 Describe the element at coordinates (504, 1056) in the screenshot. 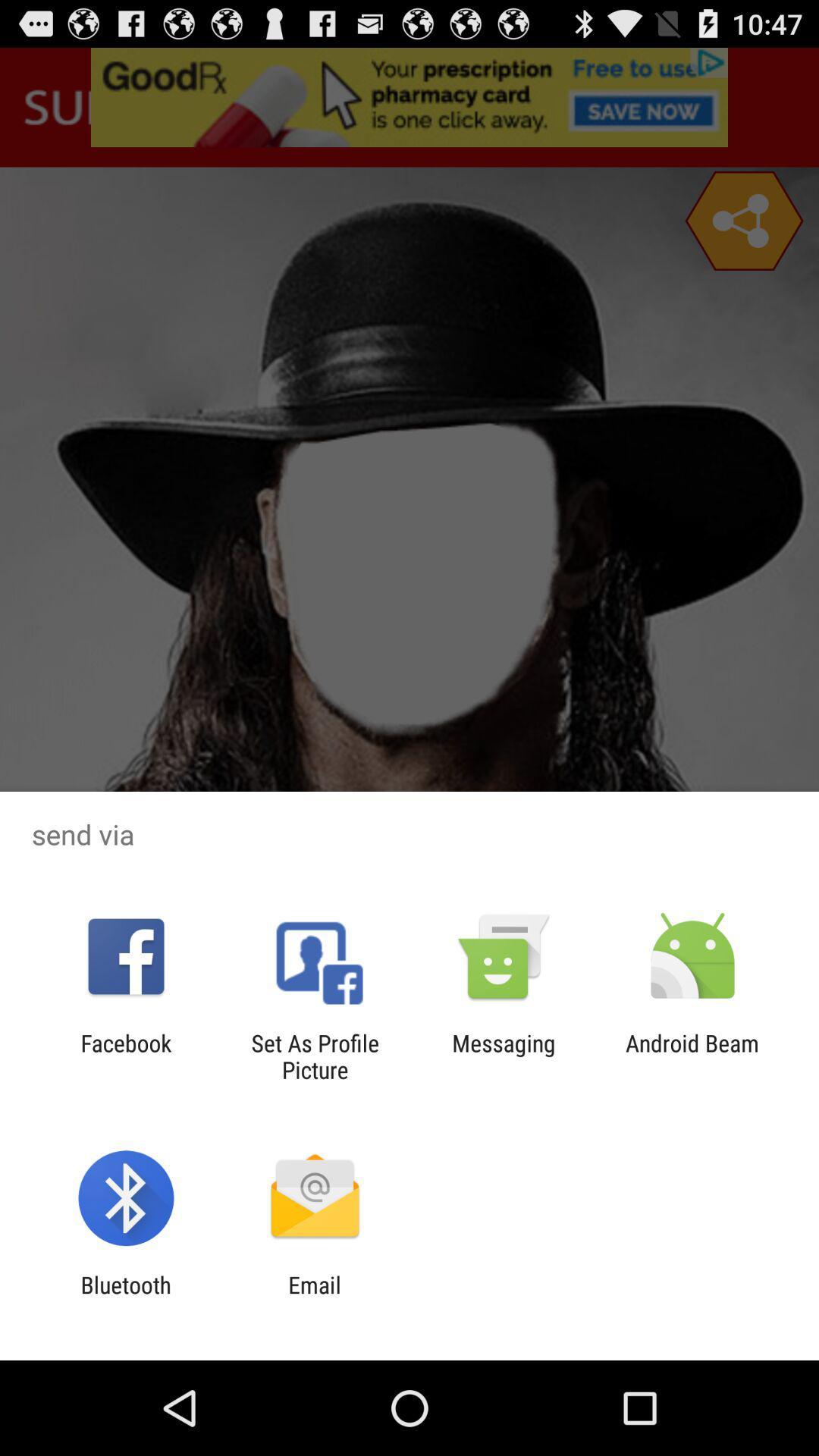

I see `the item next to android beam` at that location.